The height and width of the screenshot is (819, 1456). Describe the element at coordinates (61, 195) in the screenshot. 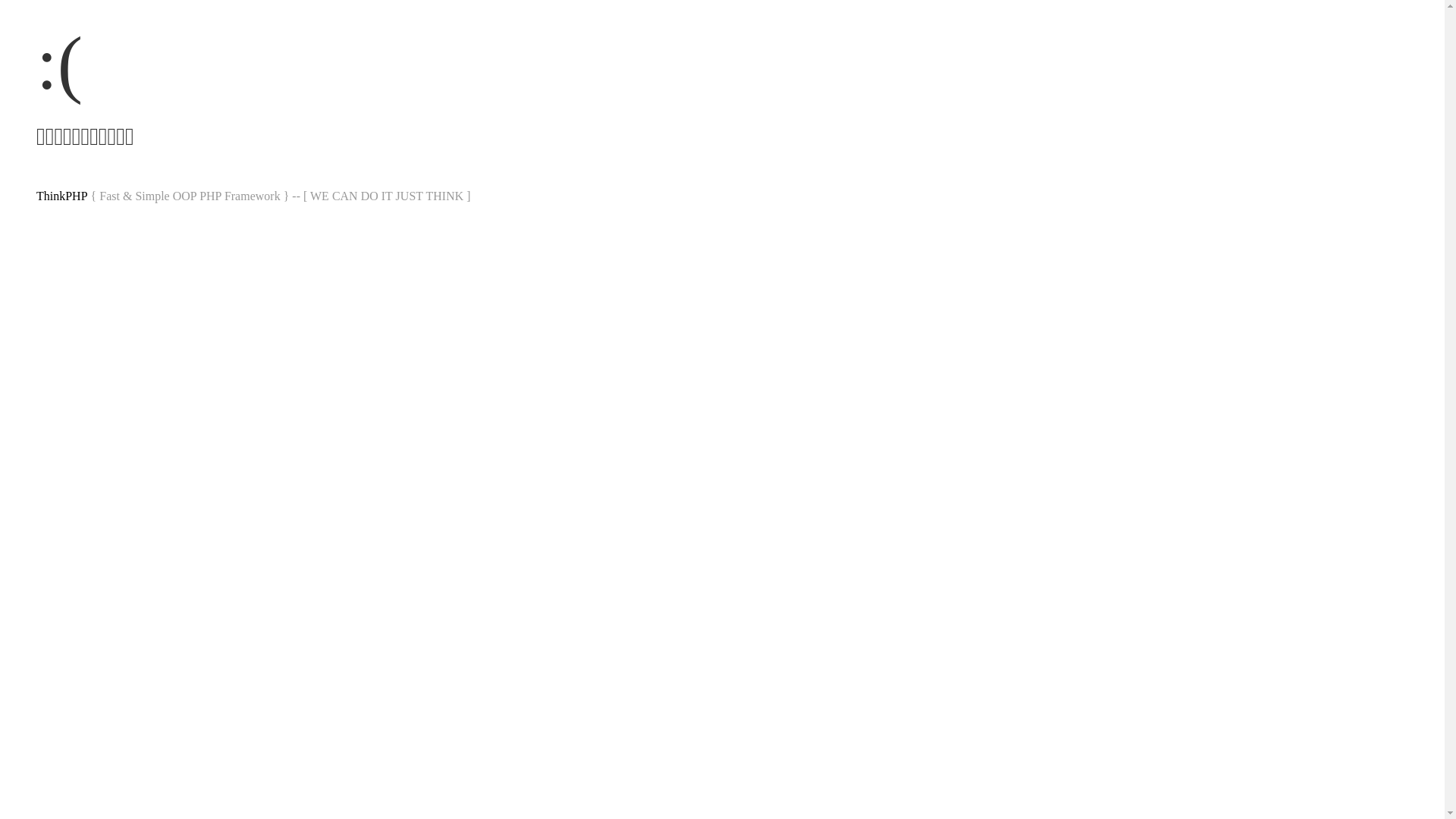

I see `'ThinkPHP'` at that location.